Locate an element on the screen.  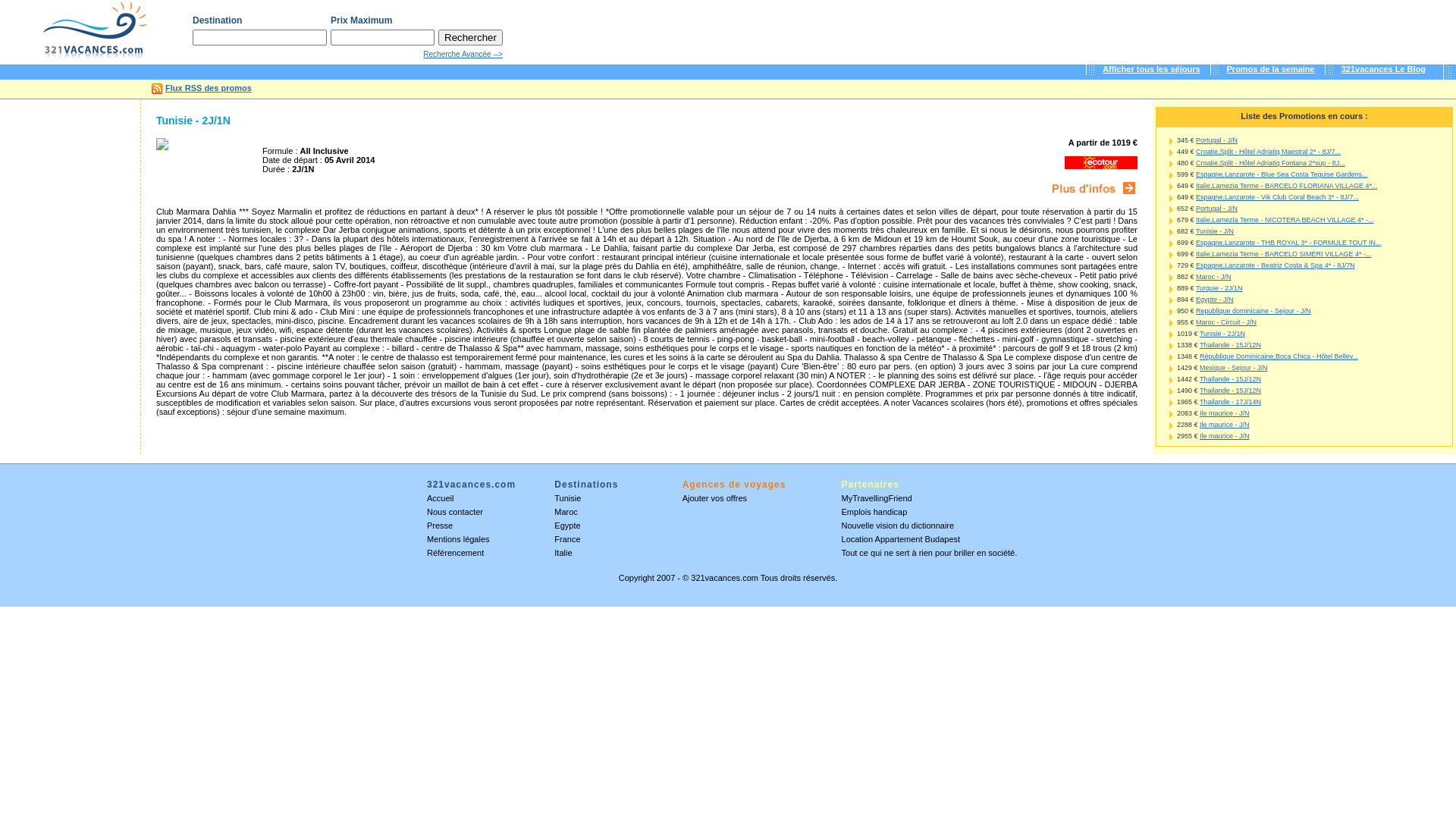
'Thailande - 15J/12N' is located at coordinates (1230, 390).